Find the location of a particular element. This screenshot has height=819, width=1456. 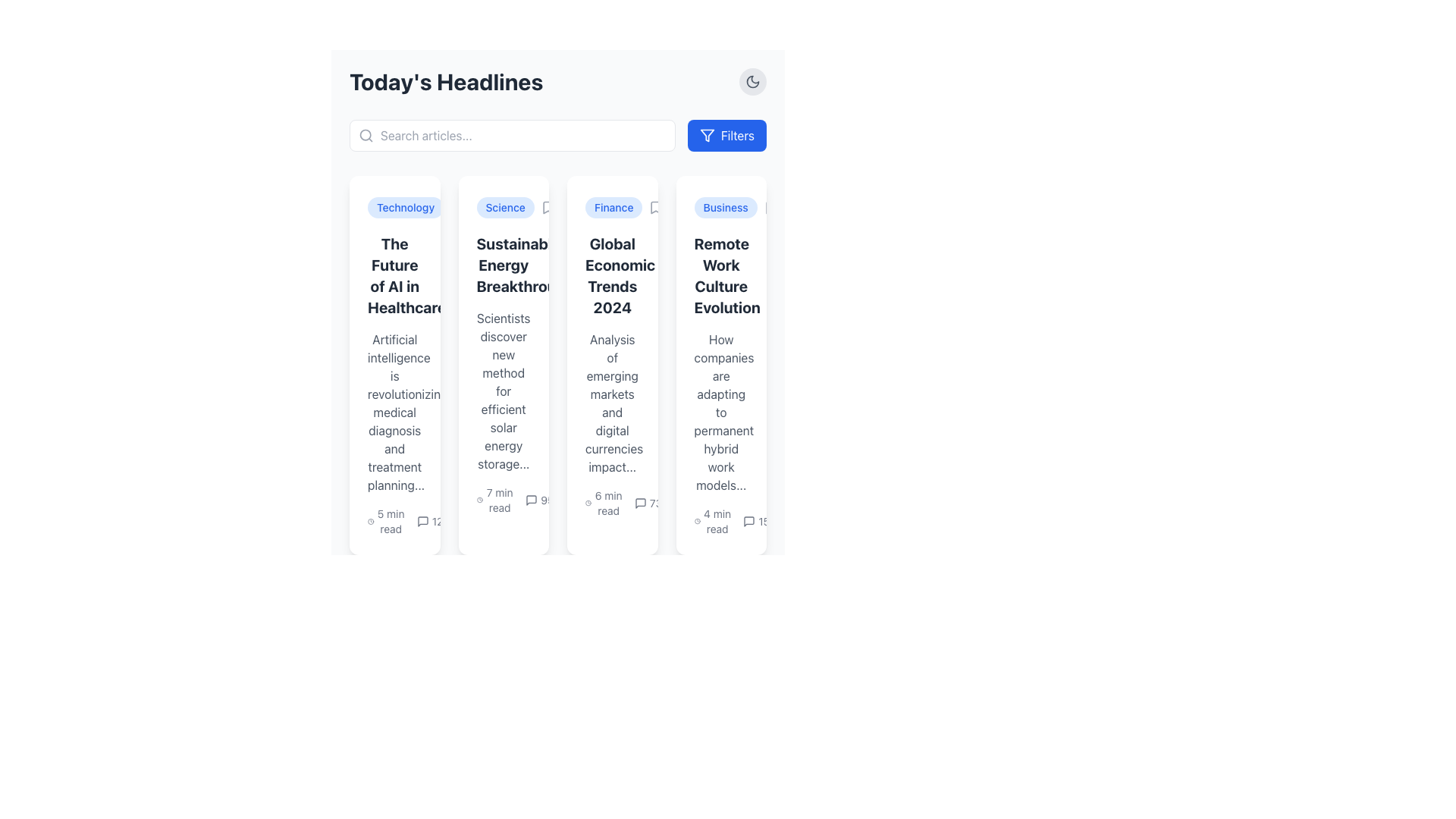

the horizontal layout containing a clock icon with '5 min read' on the left and a message bubble icon with '128' on the right, located beneath the first article card titled 'The Future of AI in Healthcare' is located at coordinates (409, 520).